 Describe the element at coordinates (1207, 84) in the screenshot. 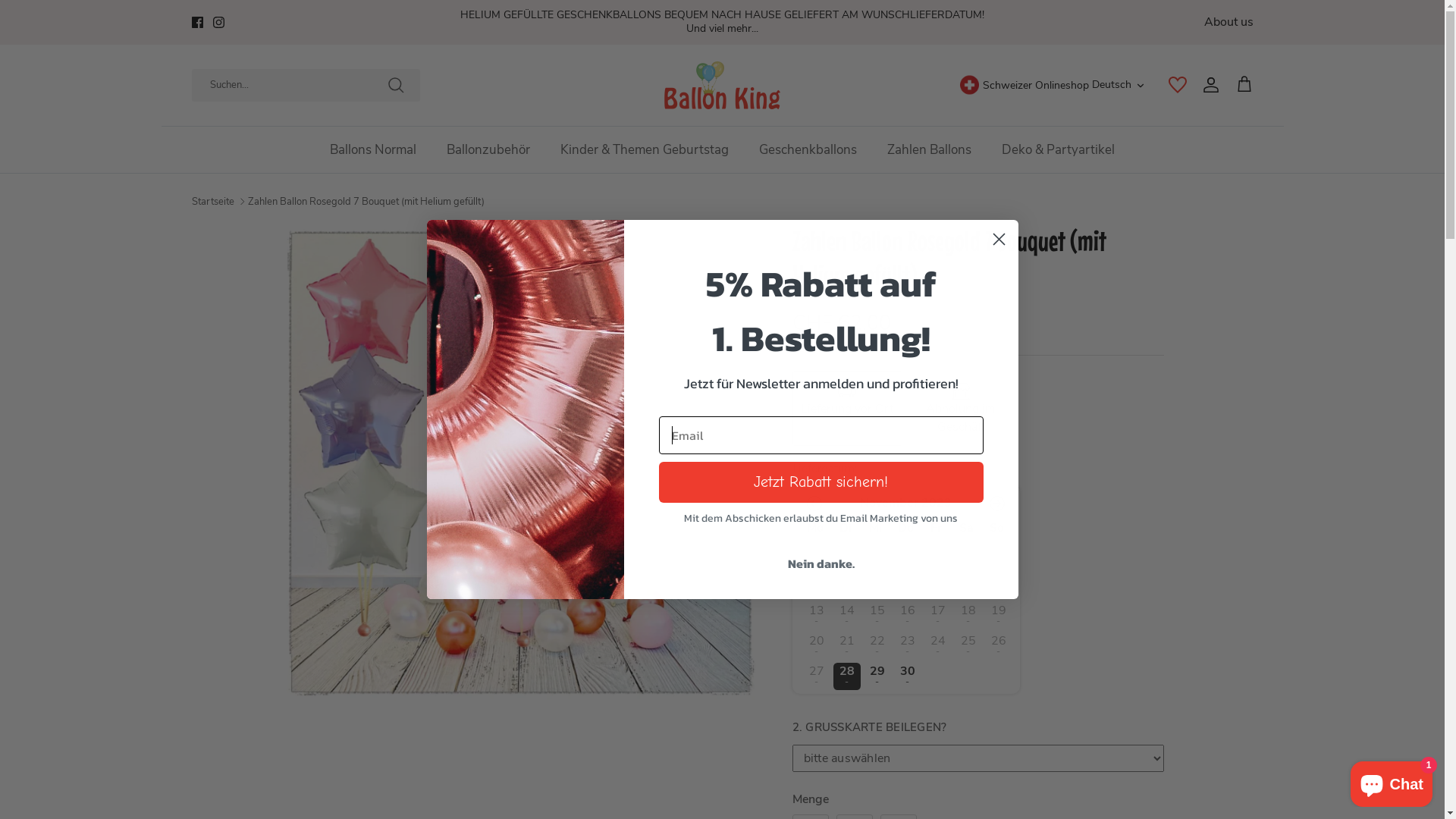

I see `'Account'` at that location.